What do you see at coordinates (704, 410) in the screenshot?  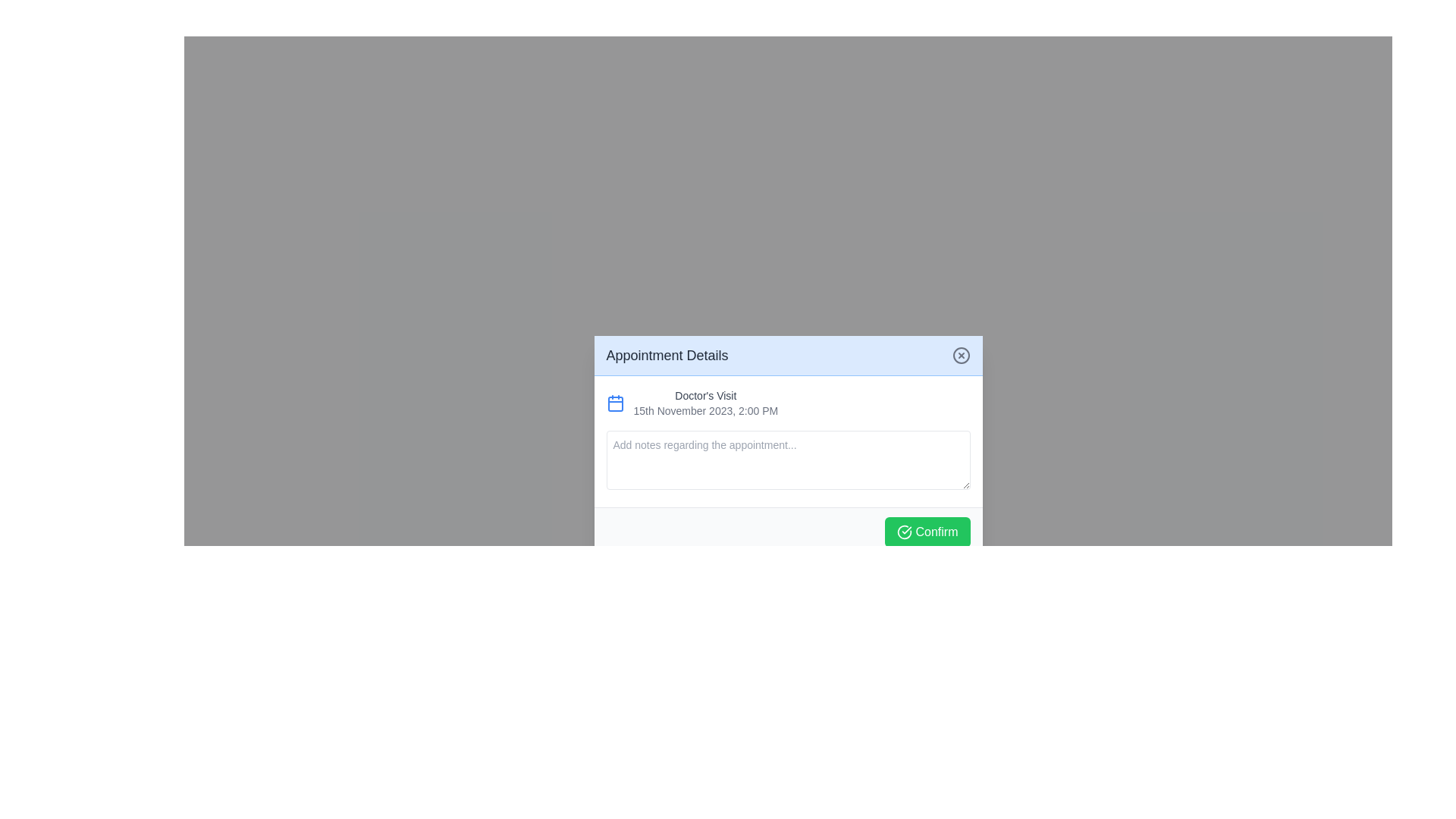 I see `the static timestamp text label that displays the date and time of an event, located below the 'Doctor's Visit' label` at bounding box center [704, 410].